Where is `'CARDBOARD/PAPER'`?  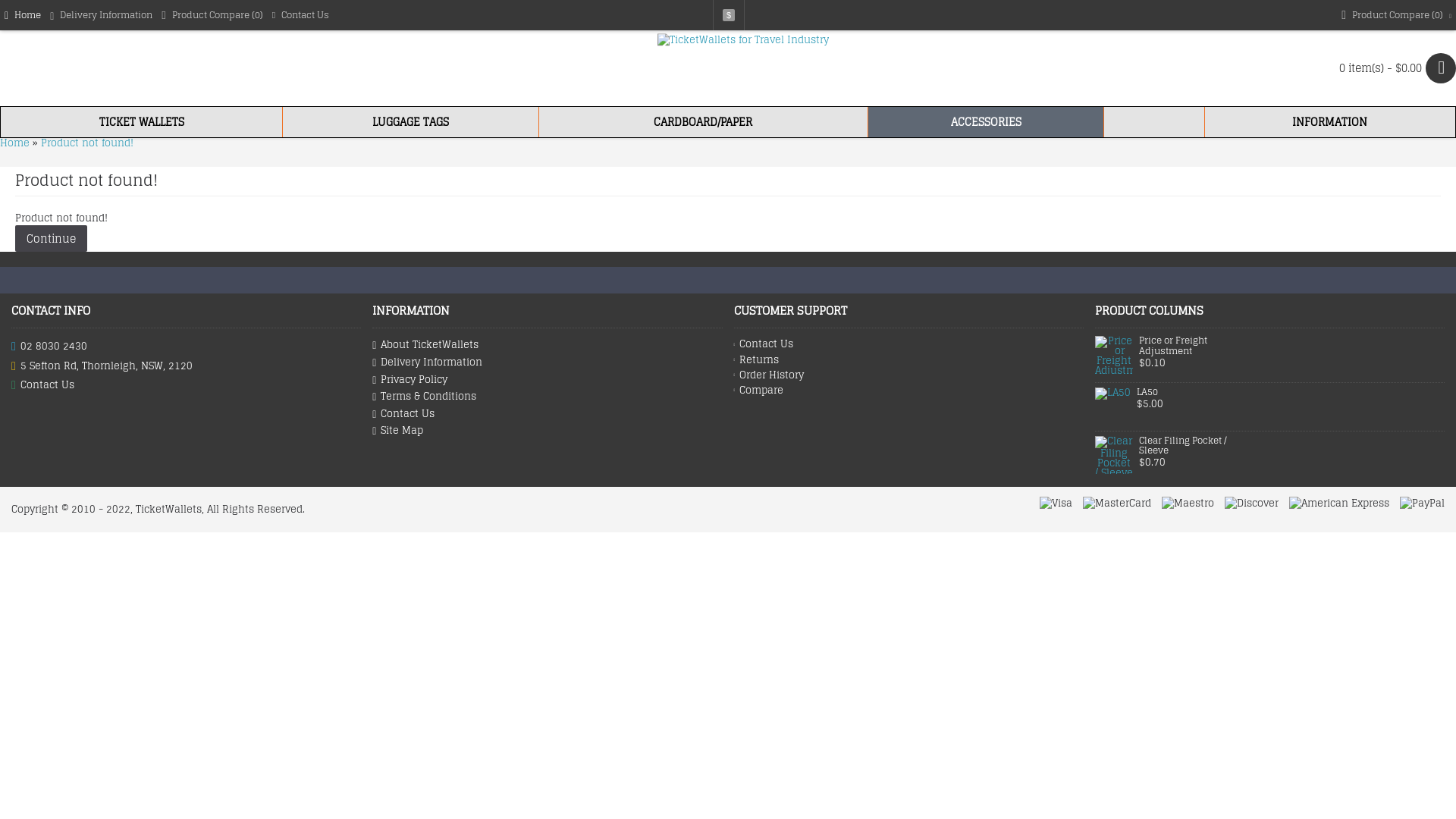 'CARDBOARD/PAPER' is located at coordinates (702, 121).